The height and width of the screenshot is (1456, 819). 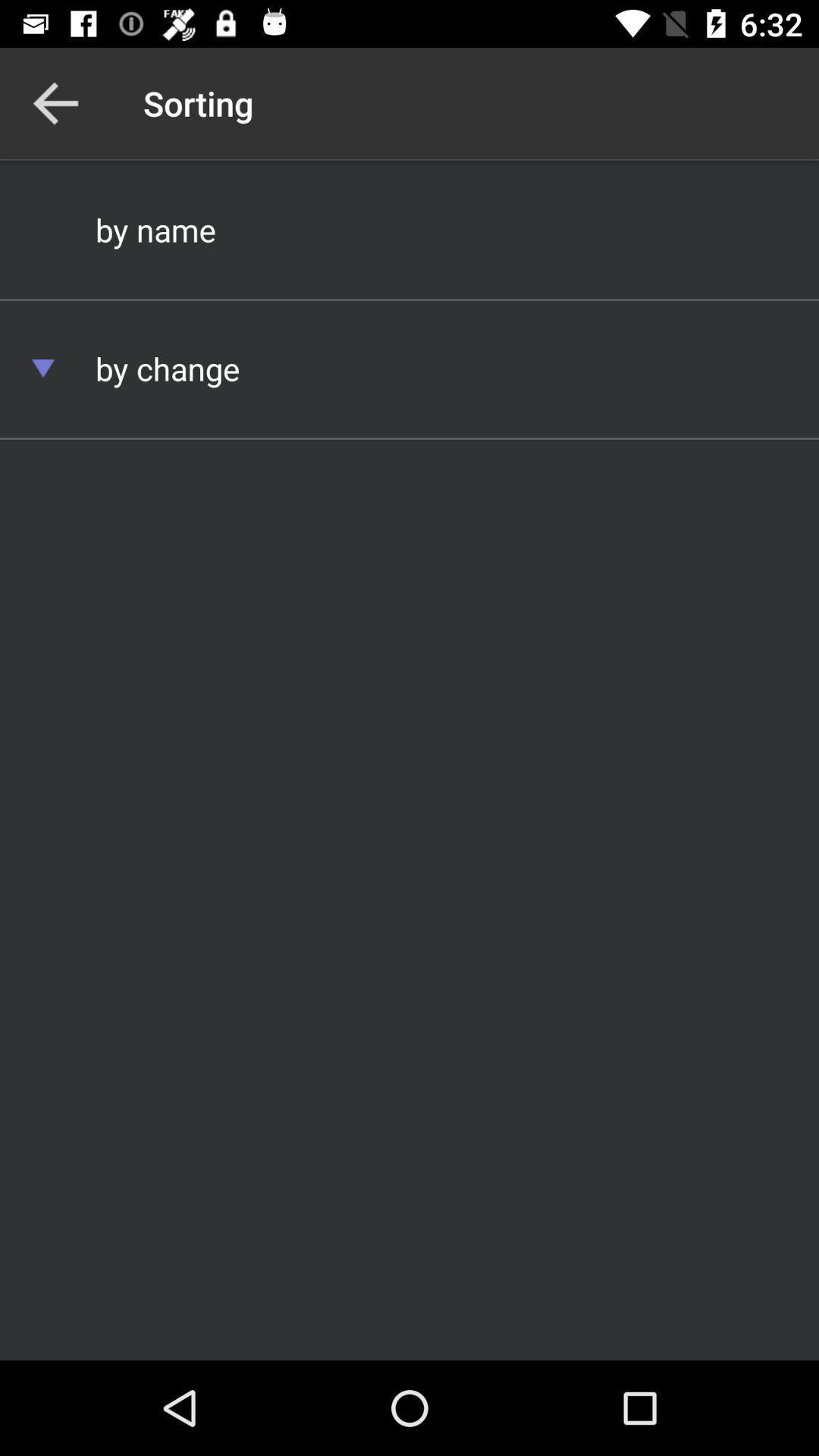 What do you see at coordinates (55, 102) in the screenshot?
I see `the app to the left of sorting app` at bounding box center [55, 102].